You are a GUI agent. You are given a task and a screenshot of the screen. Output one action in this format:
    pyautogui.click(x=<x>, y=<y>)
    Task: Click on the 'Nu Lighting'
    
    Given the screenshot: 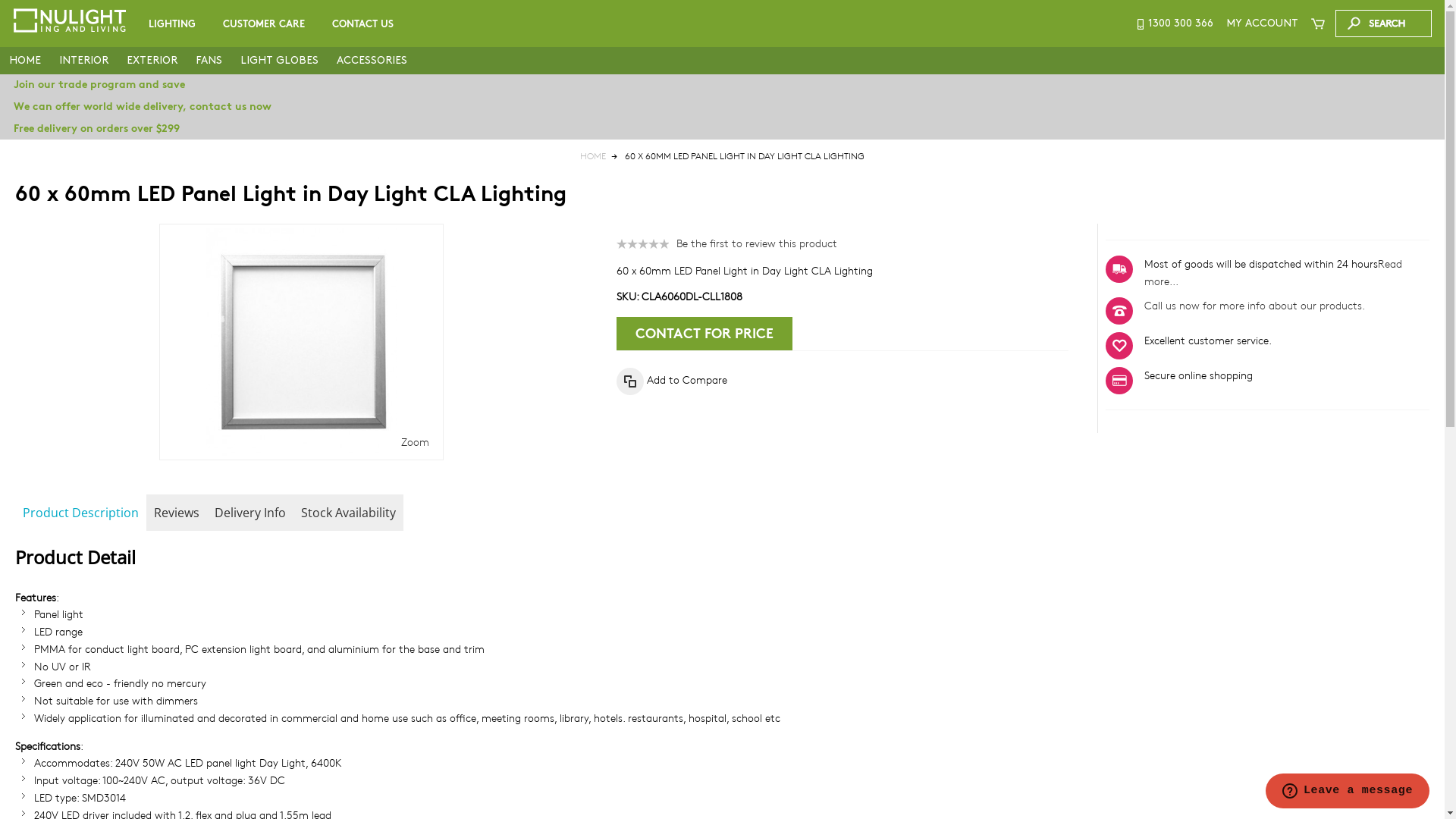 What is the action you would take?
    pyautogui.click(x=68, y=20)
    